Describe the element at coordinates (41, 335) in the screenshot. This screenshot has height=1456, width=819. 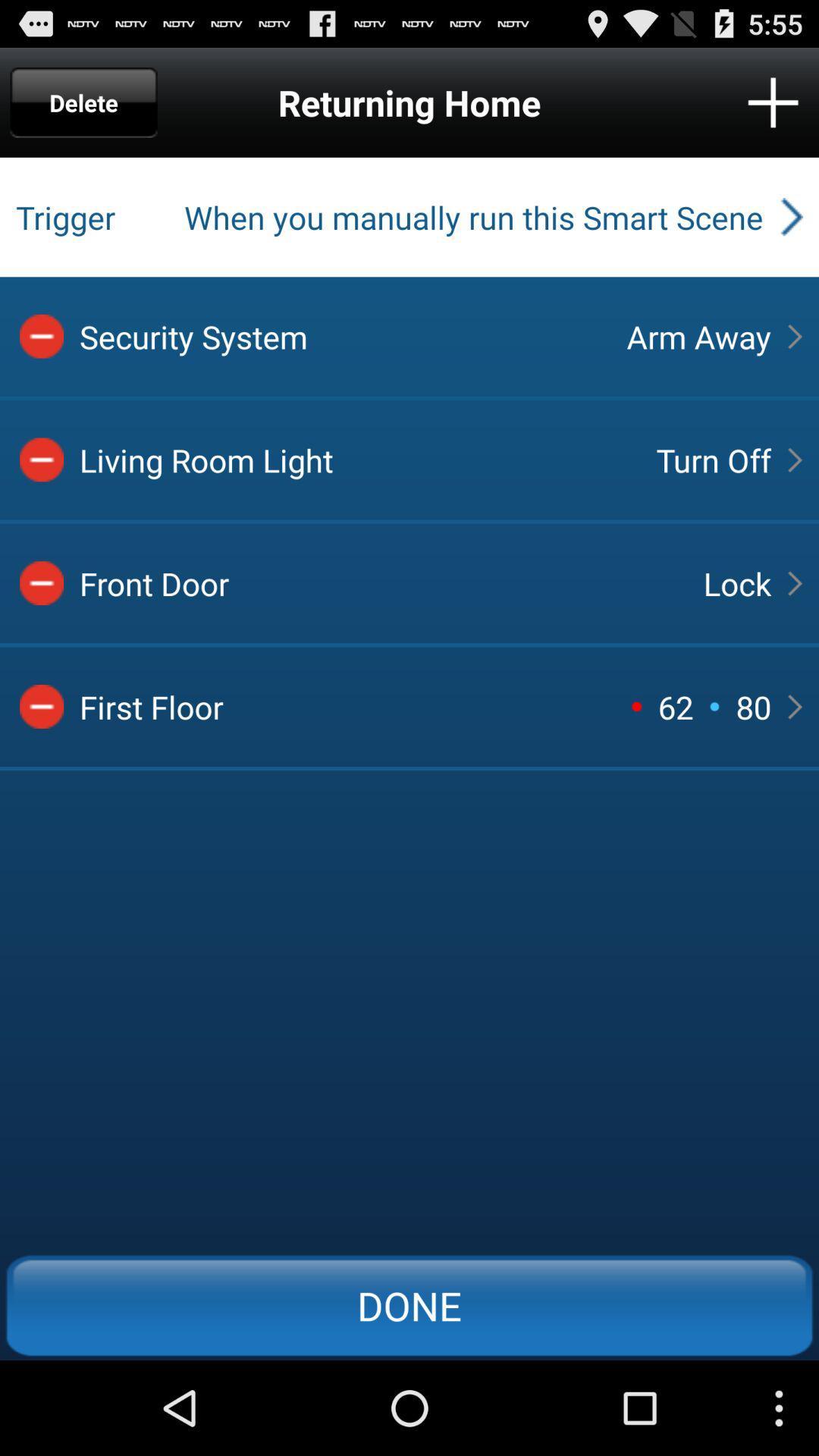
I see `delete security system trigger` at that location.